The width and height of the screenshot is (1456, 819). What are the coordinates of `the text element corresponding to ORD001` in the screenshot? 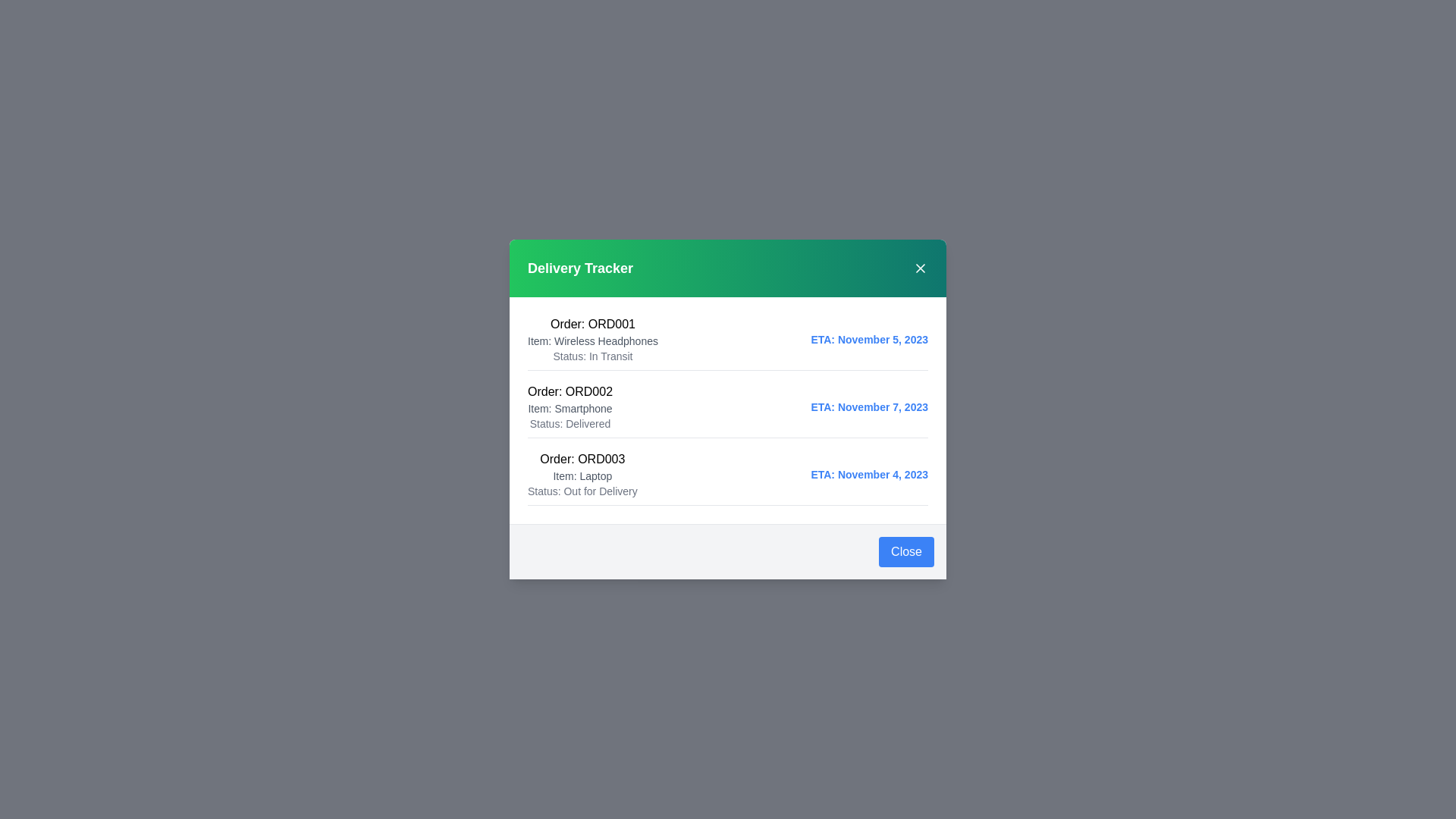 It's located at (592, 324).